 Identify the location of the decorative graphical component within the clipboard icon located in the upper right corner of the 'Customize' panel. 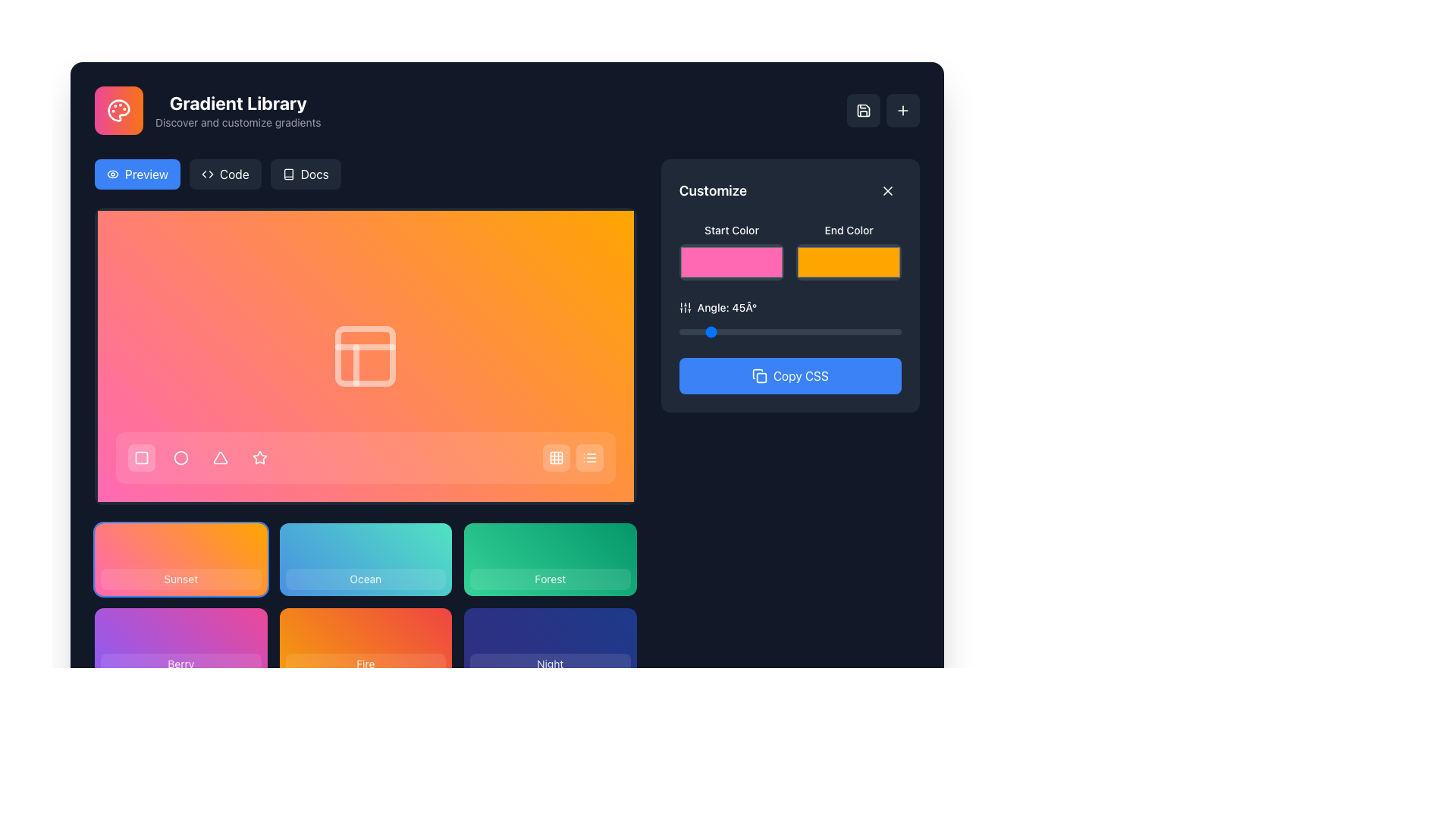
(761, 377).